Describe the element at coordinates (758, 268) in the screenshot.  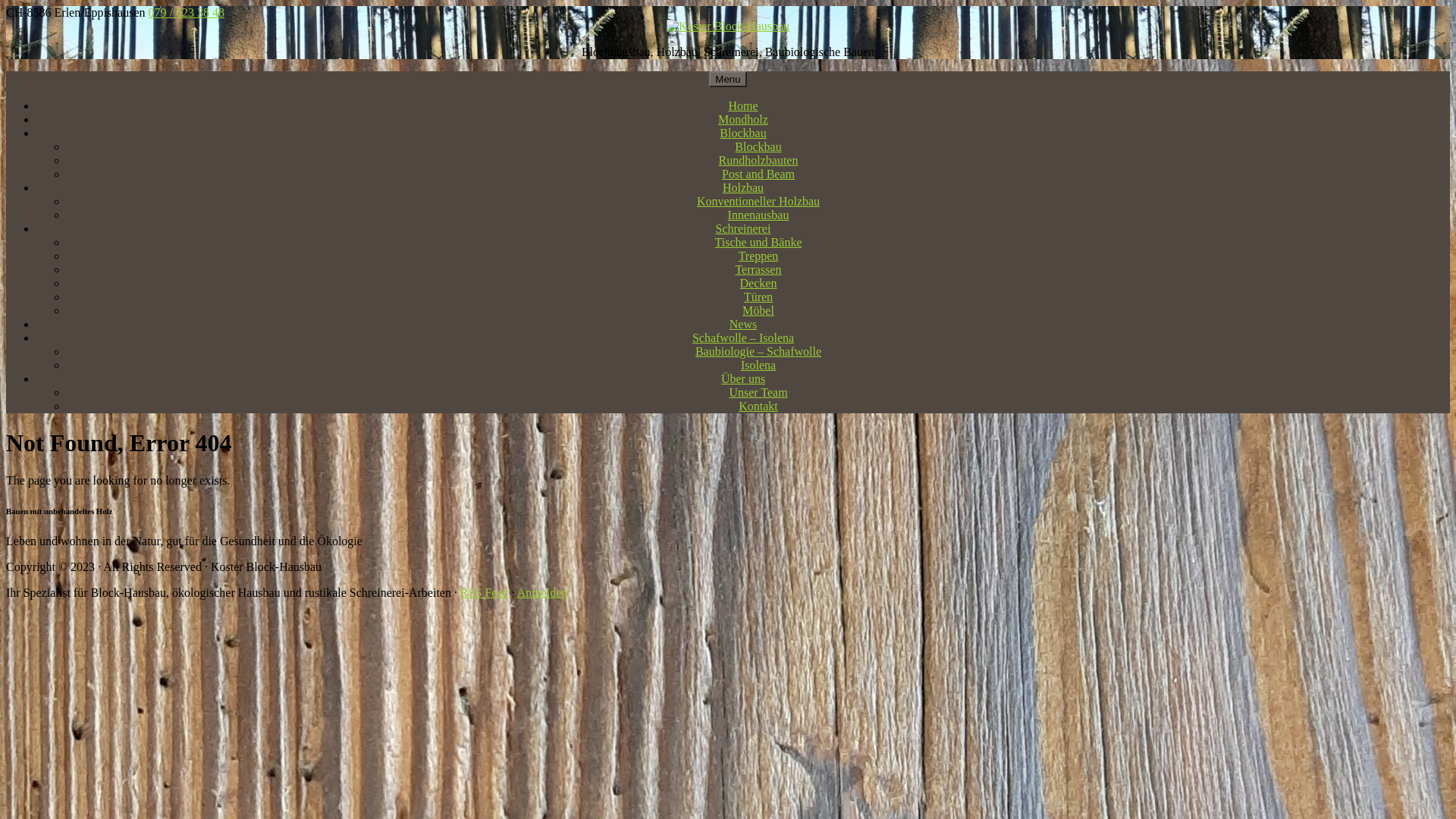
I see `'Terrassen'` at that location.